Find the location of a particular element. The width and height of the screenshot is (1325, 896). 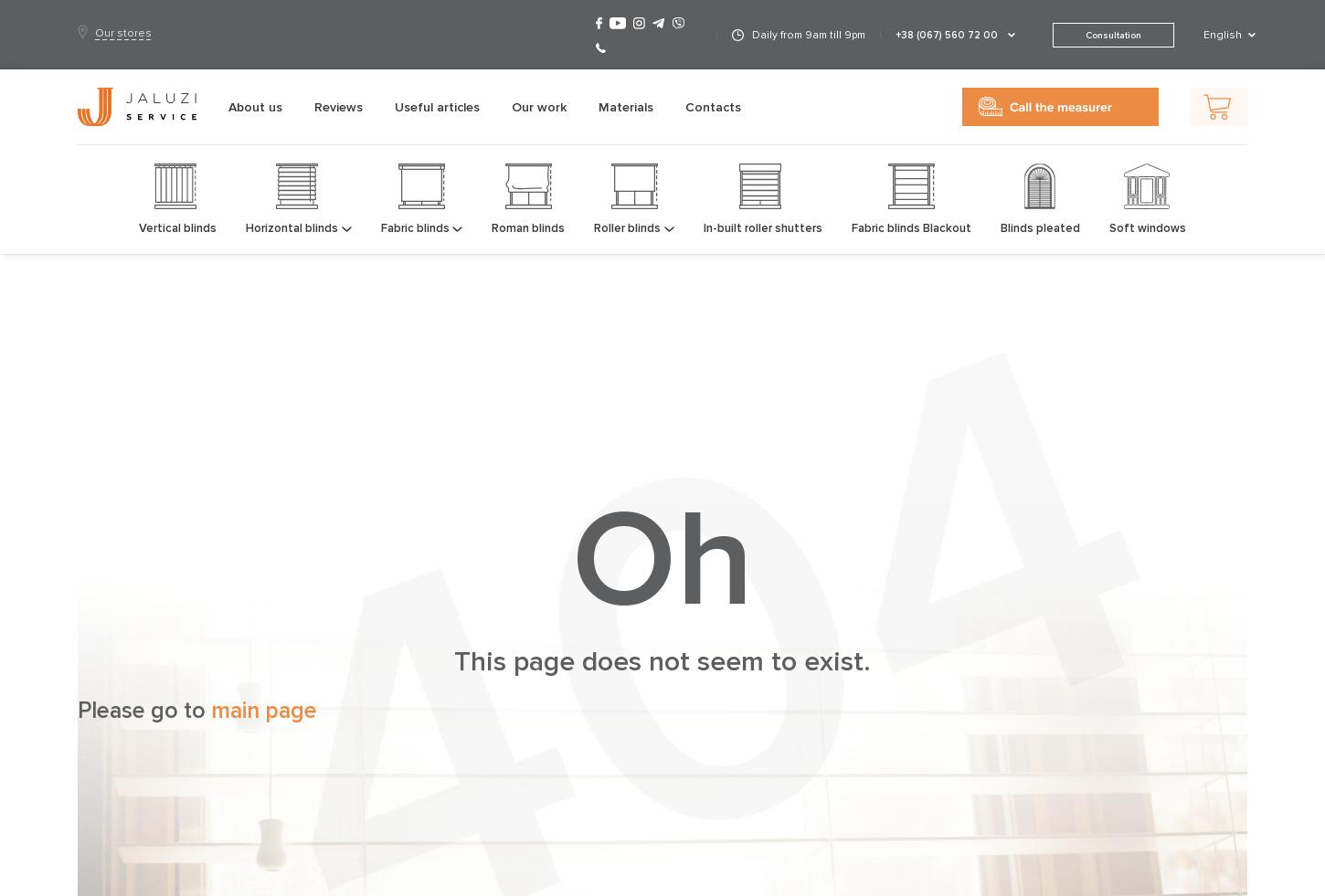

'Our work' is located at coordinates (539, 105).